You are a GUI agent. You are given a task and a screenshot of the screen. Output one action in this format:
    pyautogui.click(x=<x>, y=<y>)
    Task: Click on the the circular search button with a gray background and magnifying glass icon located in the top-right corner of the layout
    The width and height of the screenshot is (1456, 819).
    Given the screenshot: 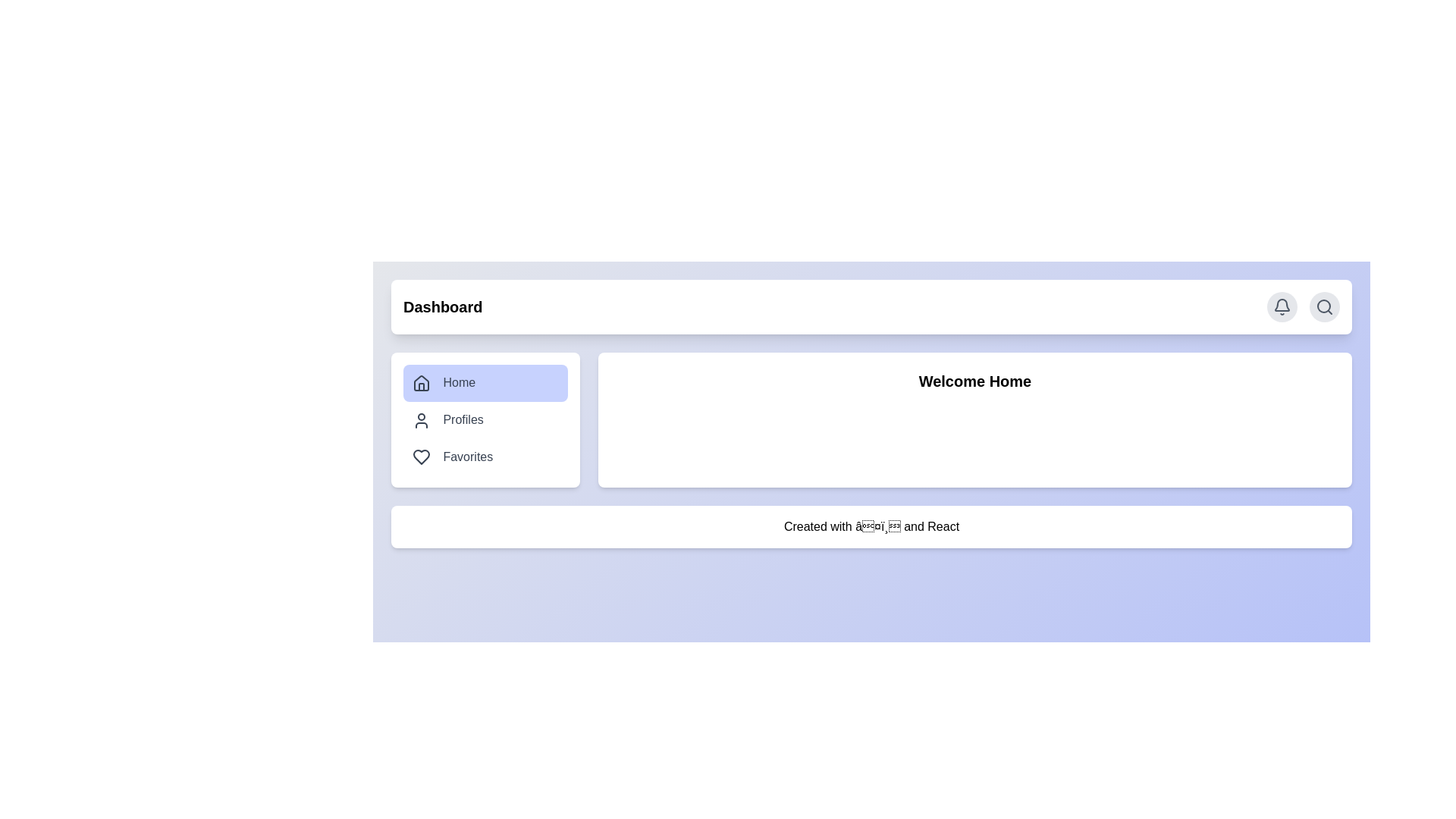 What is the action you would take?
    pyautogui.click(x=1324, y=307)
    